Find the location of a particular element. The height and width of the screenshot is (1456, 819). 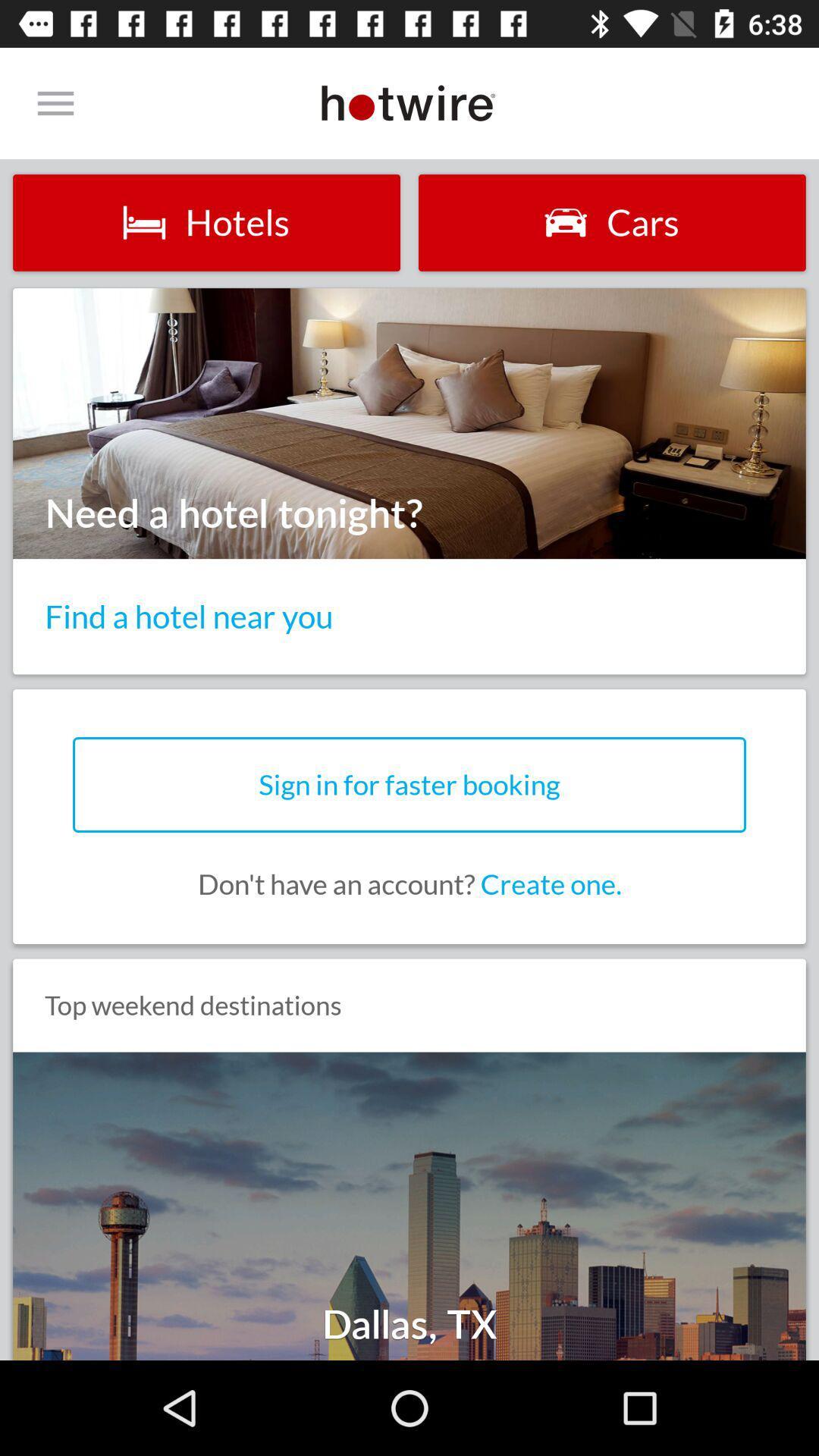

the icon above the top weekend destinations is located at coordinates (409, 884).